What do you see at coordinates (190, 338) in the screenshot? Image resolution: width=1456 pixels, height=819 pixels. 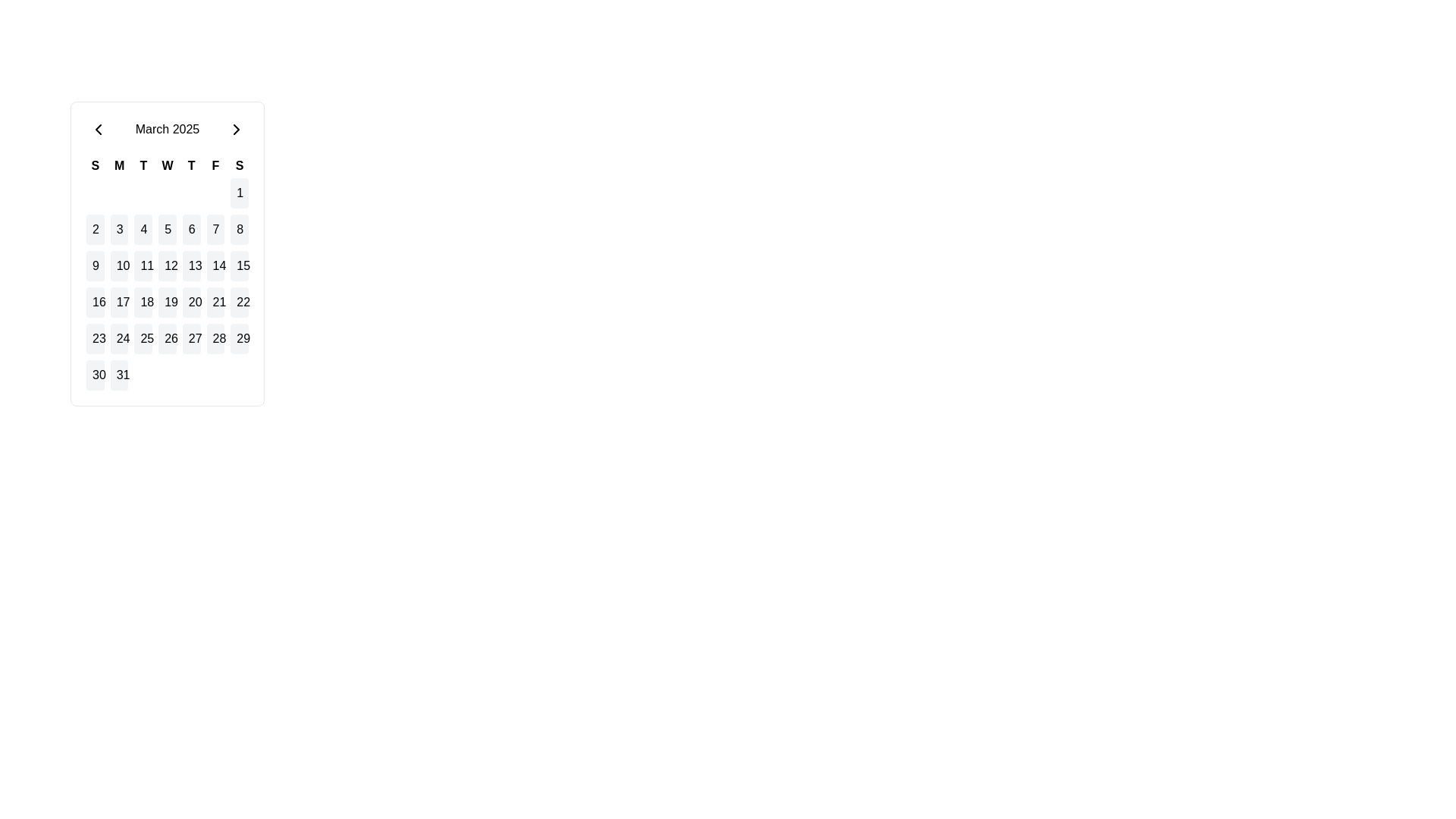 I see `the button labeled '27' with a light gray background and rounded edges in the last row and fifth column of the calendar grid` at bounding box center [190, 338].